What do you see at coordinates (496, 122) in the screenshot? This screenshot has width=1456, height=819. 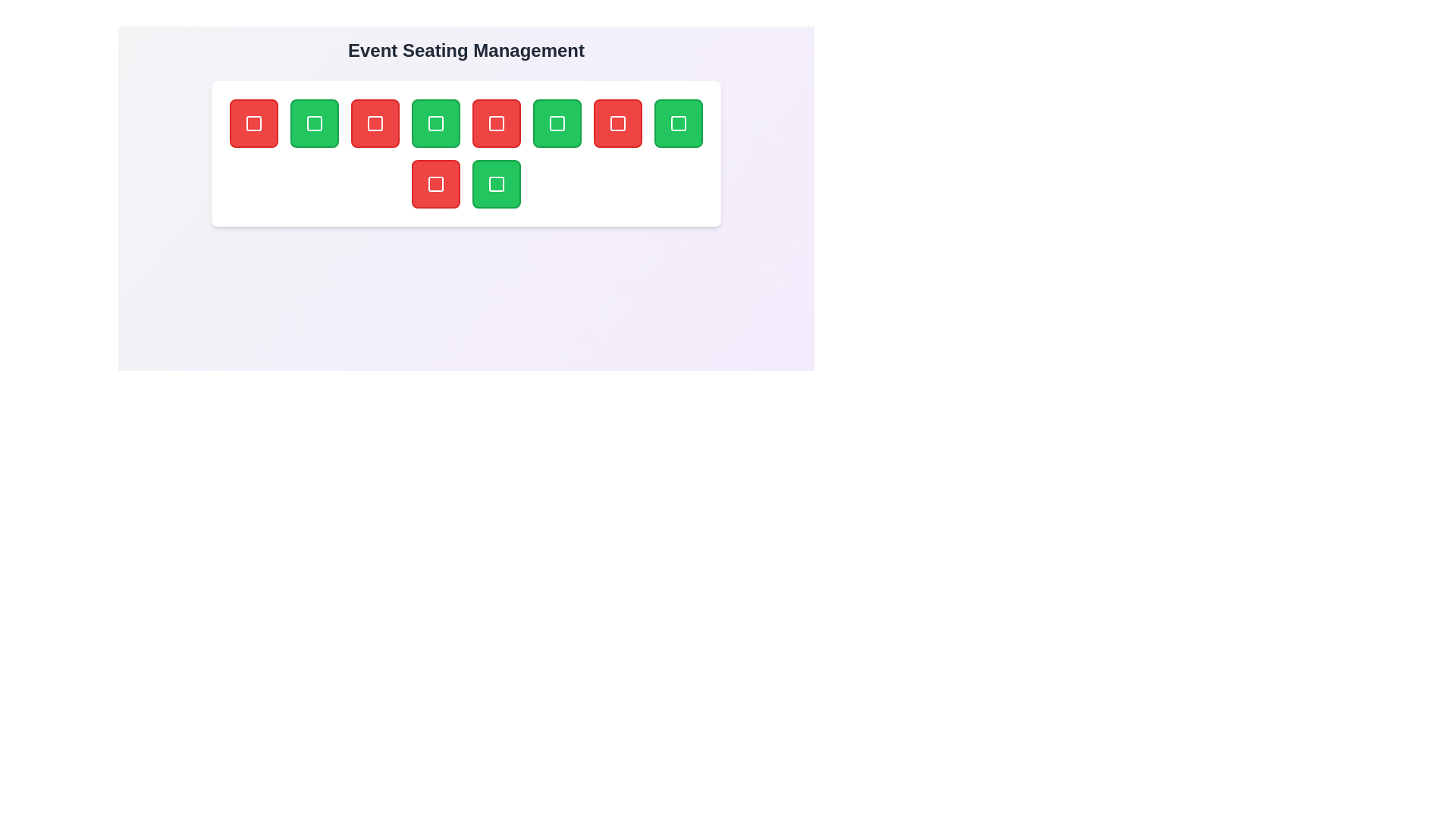 I see `the fifth interactive selectable button (seat representation) with a vibrant red background and white border to reset its selection state` at bounding box center [496, 122].